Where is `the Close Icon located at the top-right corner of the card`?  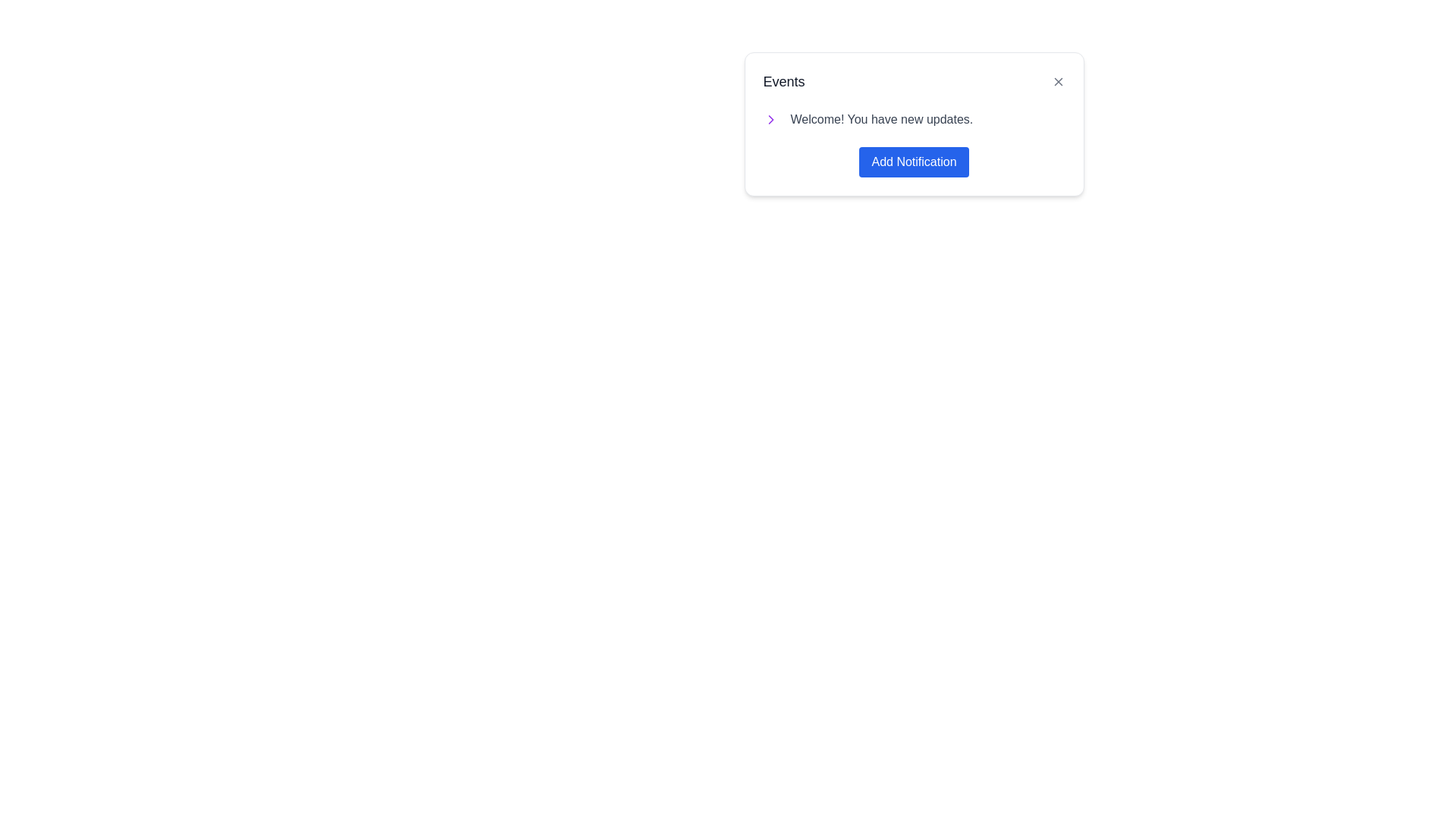
the Close Icon located at the top-right corner of the card is located at coordinates (1057, 82).